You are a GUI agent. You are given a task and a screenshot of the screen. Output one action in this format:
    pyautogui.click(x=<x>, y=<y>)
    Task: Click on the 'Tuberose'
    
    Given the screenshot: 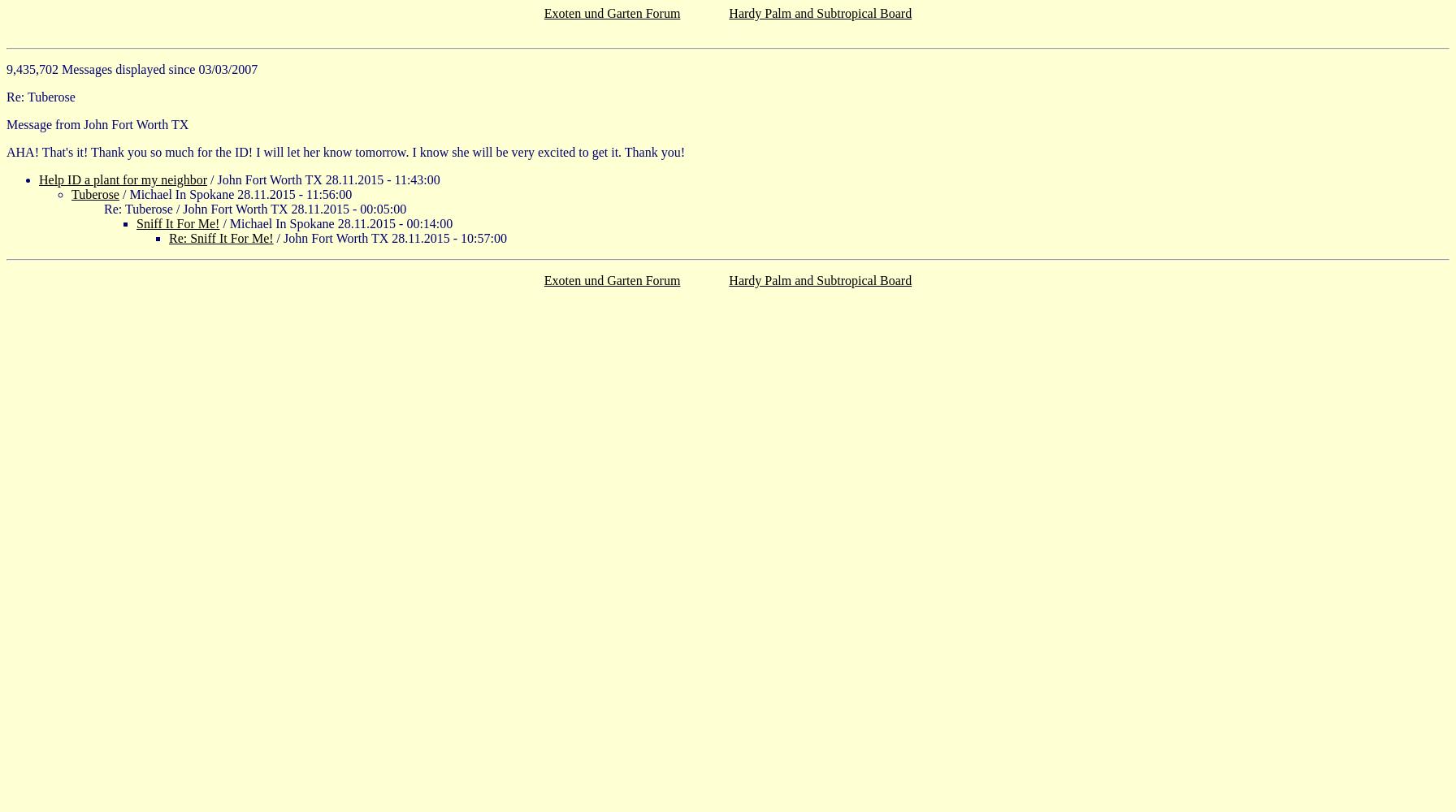 What is the action you would take?
    pyautogui.click(x=71, y=193)
    